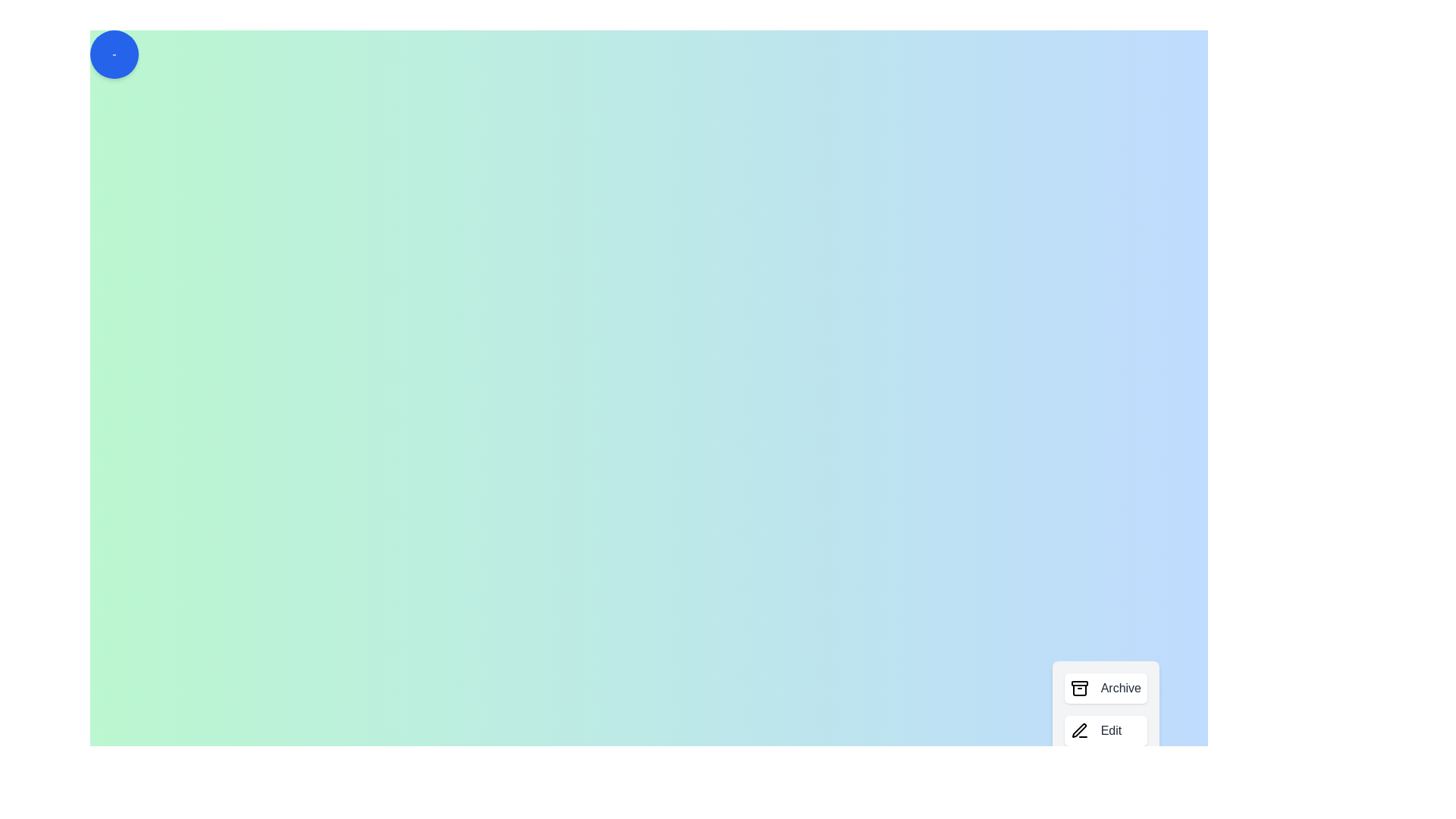 Image resolution: width=1456 pixels, height=819 pixels. What do you see at coordinates (1106, 730) in the screenshot?
I see `the edit button located at the bottom of a vertical stack of three buttons, positioned below the 'Archive' button and above the 'Delete' button` at bounding box center [1106, 730].